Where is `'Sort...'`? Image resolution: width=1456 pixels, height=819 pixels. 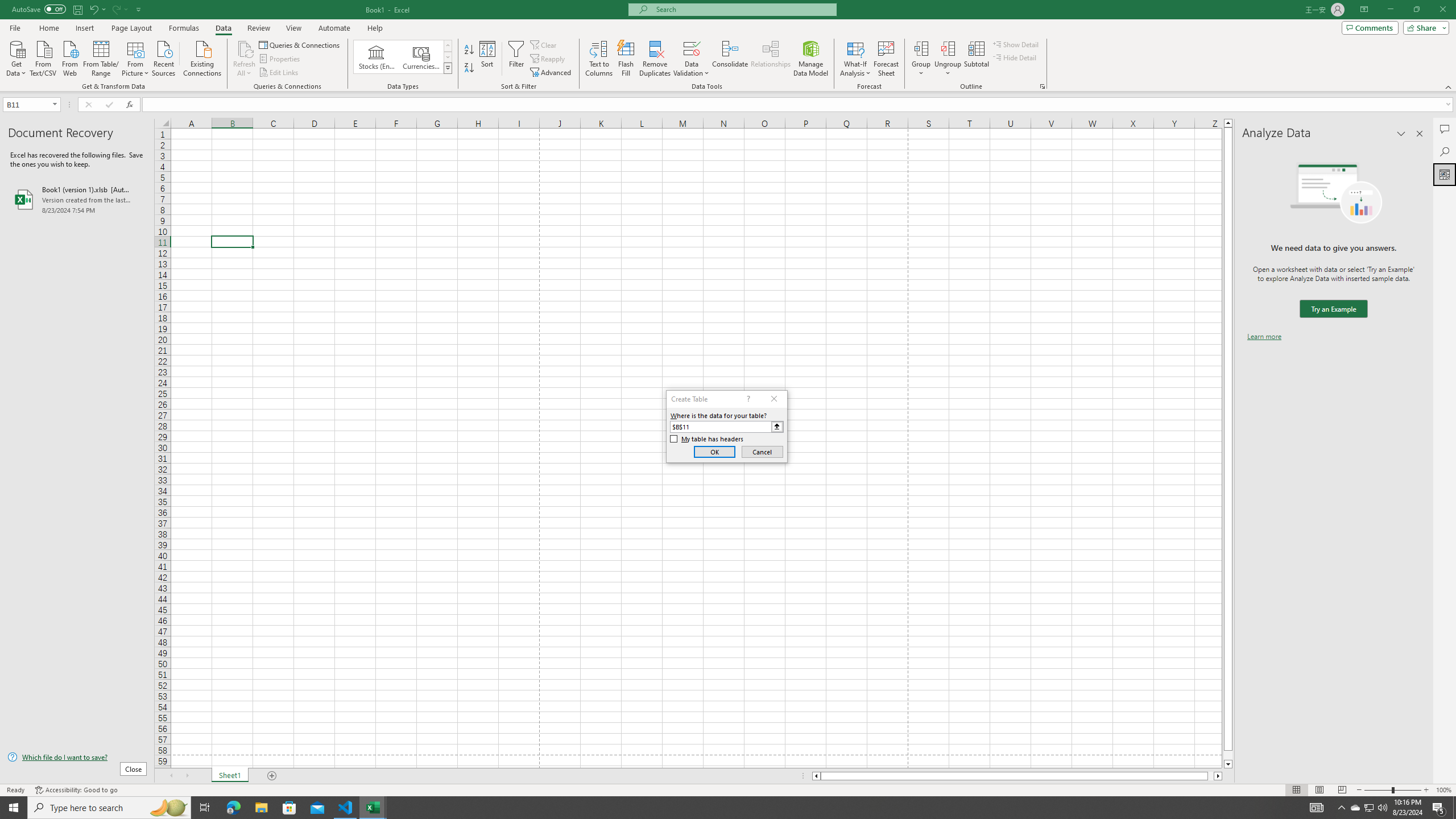 'Sort...' is located at coordinates (487, 59).